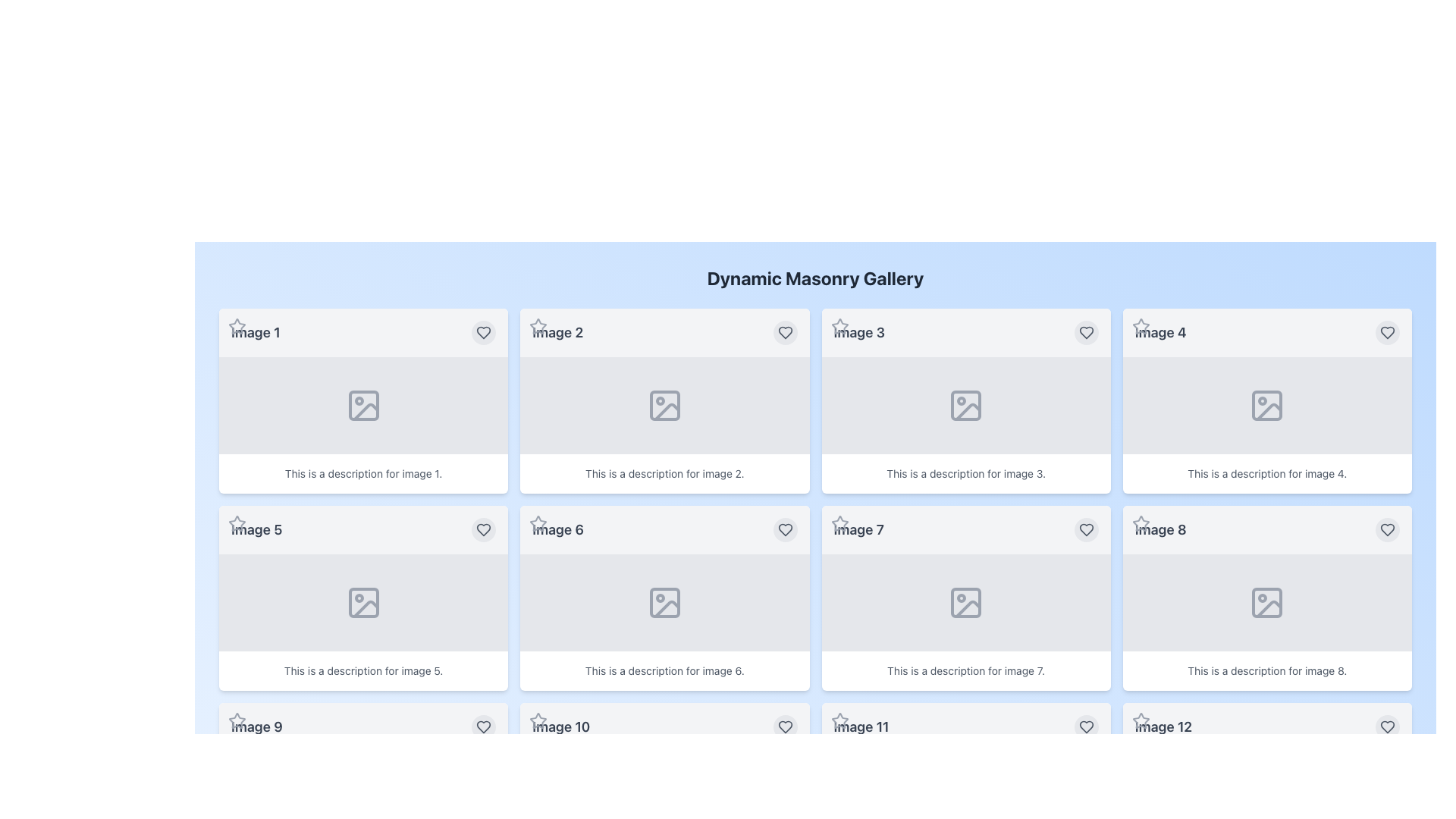 The height and width of the screenshot is (819, 1456). Describe the element at coordinates (965, 601) in the screenshot. I see `the image icon with a rounded rectangular frame and a gray color scheme, located in the seventh card of a 4x3 grid layout` at that location.